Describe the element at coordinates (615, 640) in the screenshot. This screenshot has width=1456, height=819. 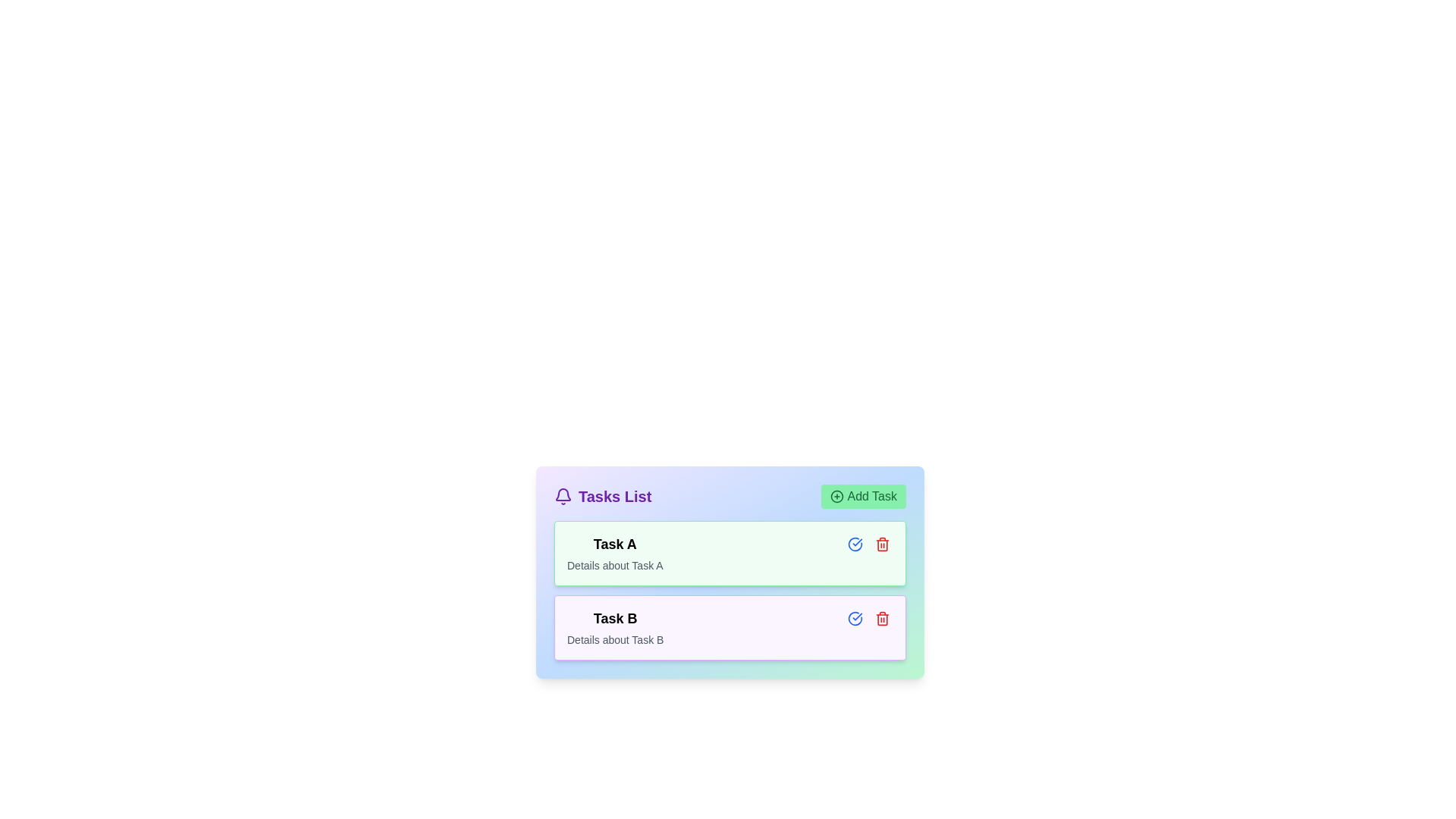
I see `the text label that provides additional descriptive information about 'Task B', located beneath its sibling element with the text 'Task B'` at that location.